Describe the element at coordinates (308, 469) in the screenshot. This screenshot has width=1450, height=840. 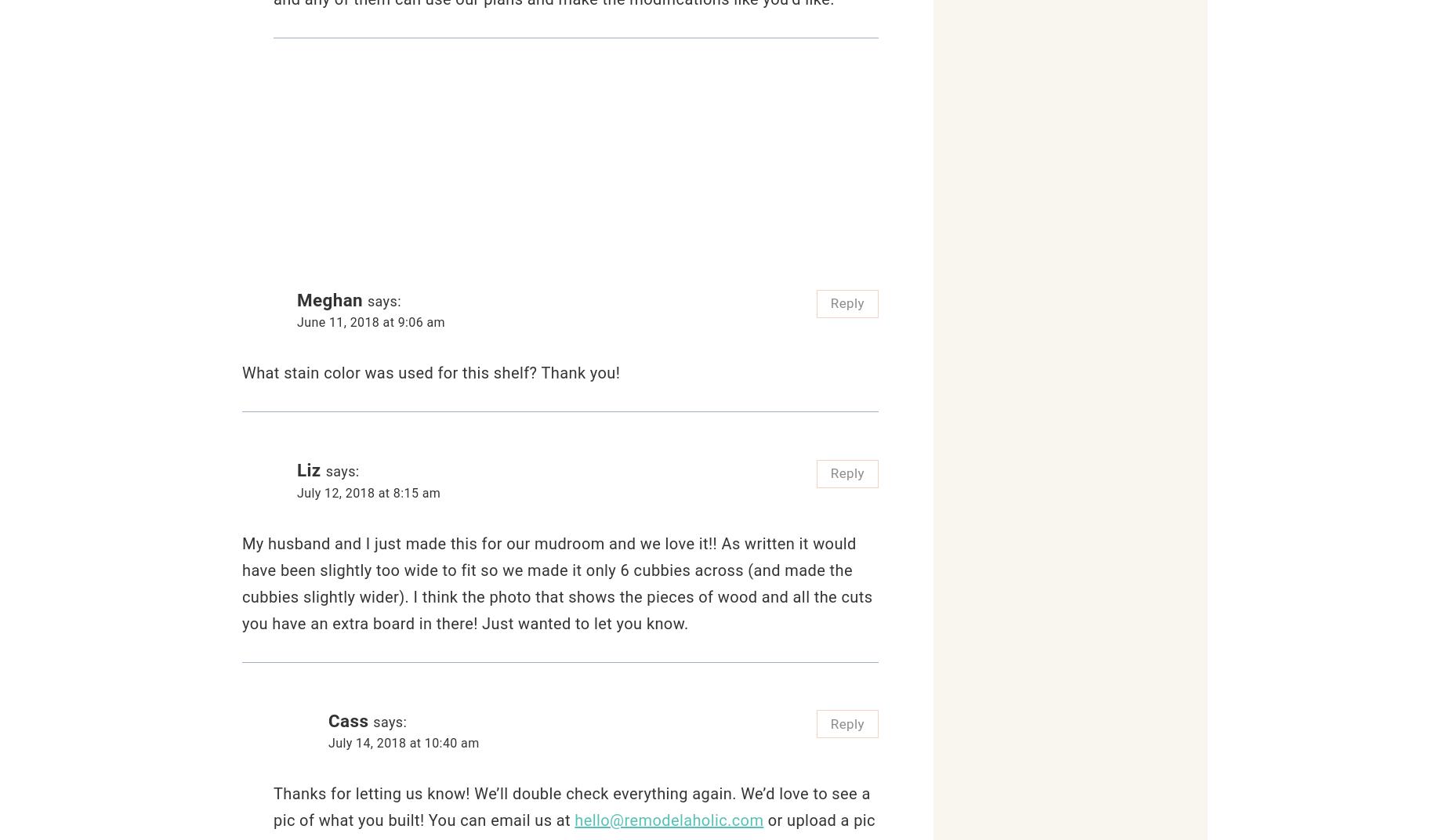
I see `'Liz'` at that location.